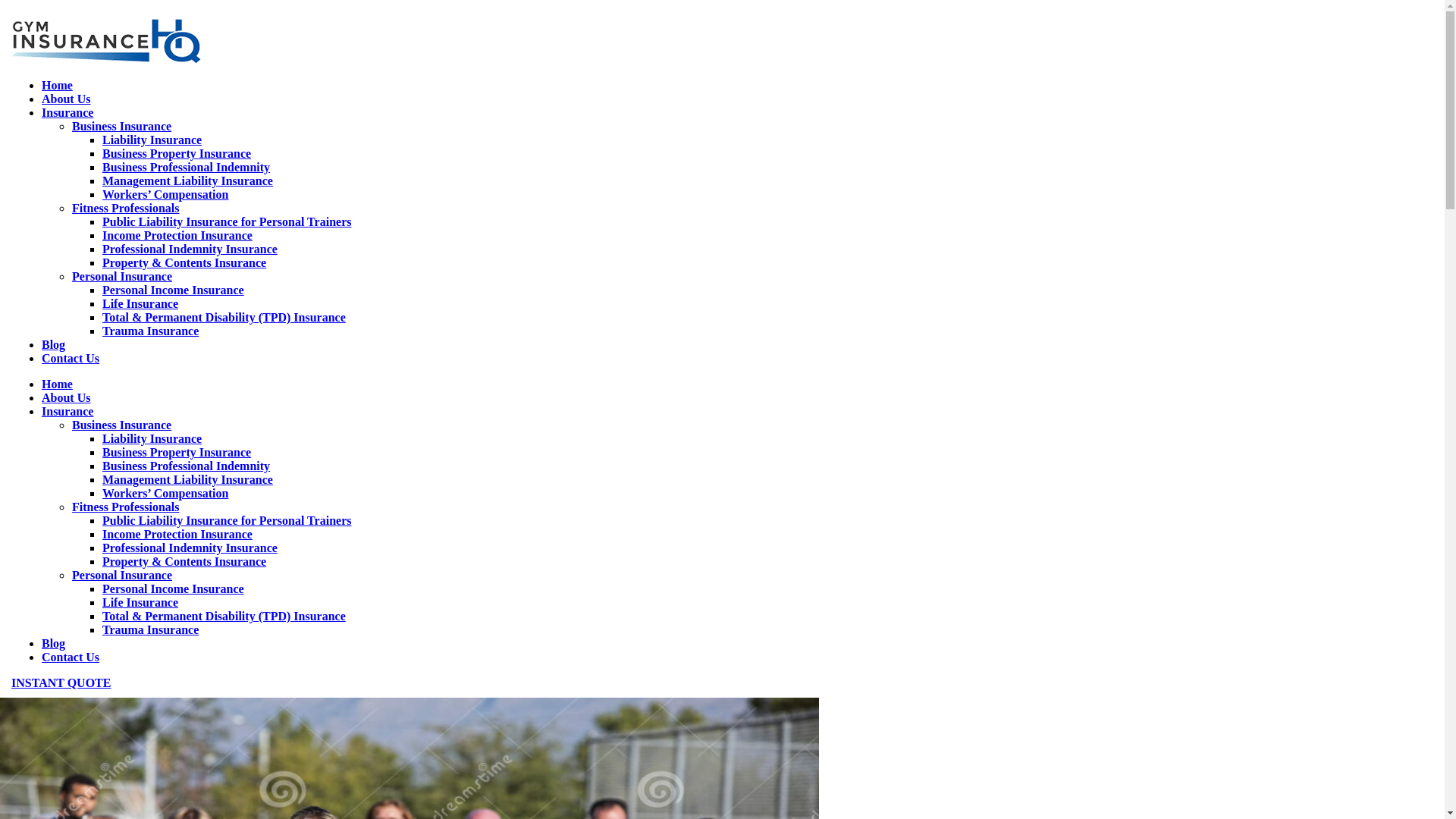 The image size is (1456, 819). Describe the element at coordinates (185, 167) in the screenshot. I see `'Business Professional Indemnity'` at that location.